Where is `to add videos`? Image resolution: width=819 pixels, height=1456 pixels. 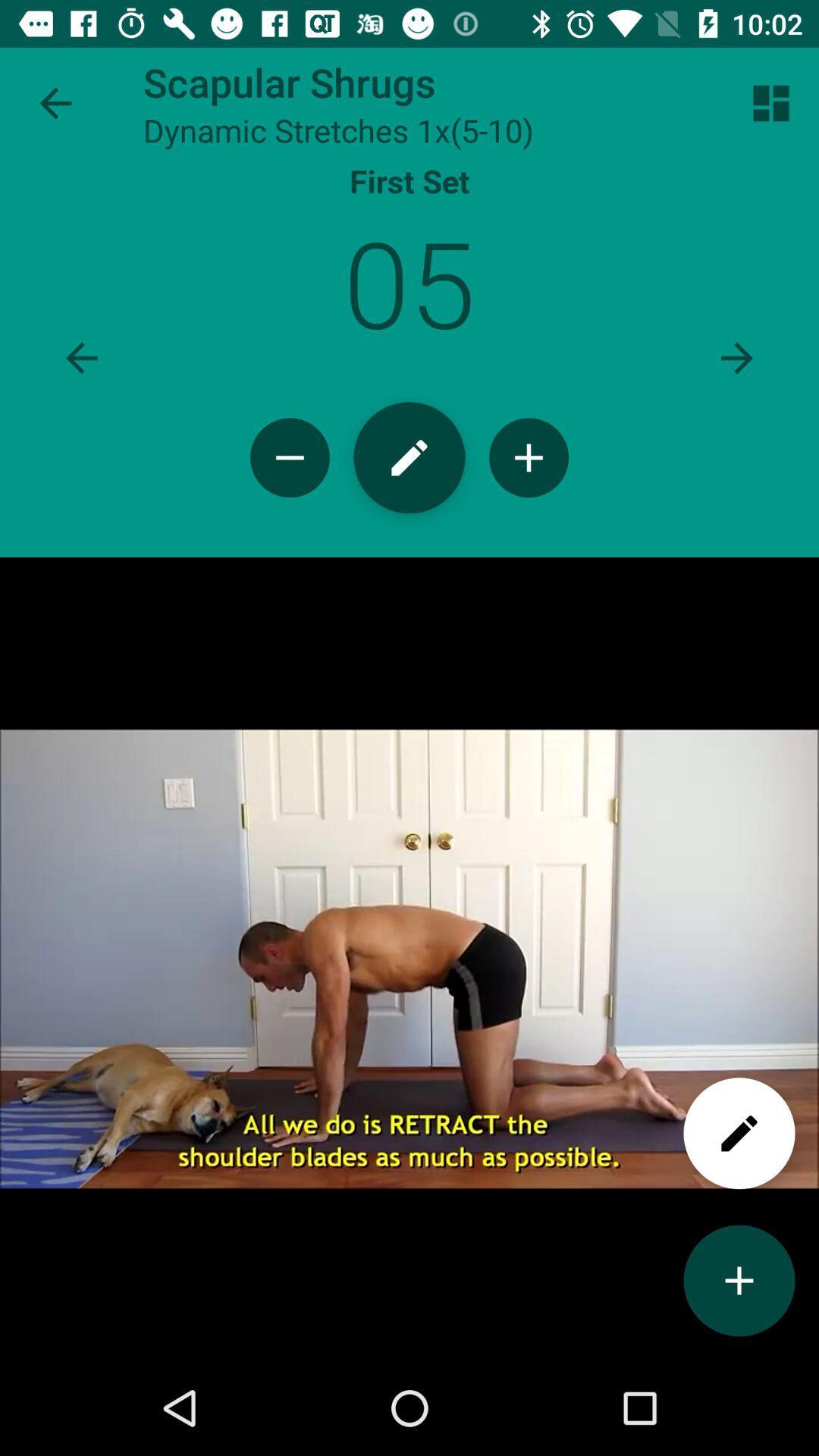
to add videos is located at coordinates (739, 1280).